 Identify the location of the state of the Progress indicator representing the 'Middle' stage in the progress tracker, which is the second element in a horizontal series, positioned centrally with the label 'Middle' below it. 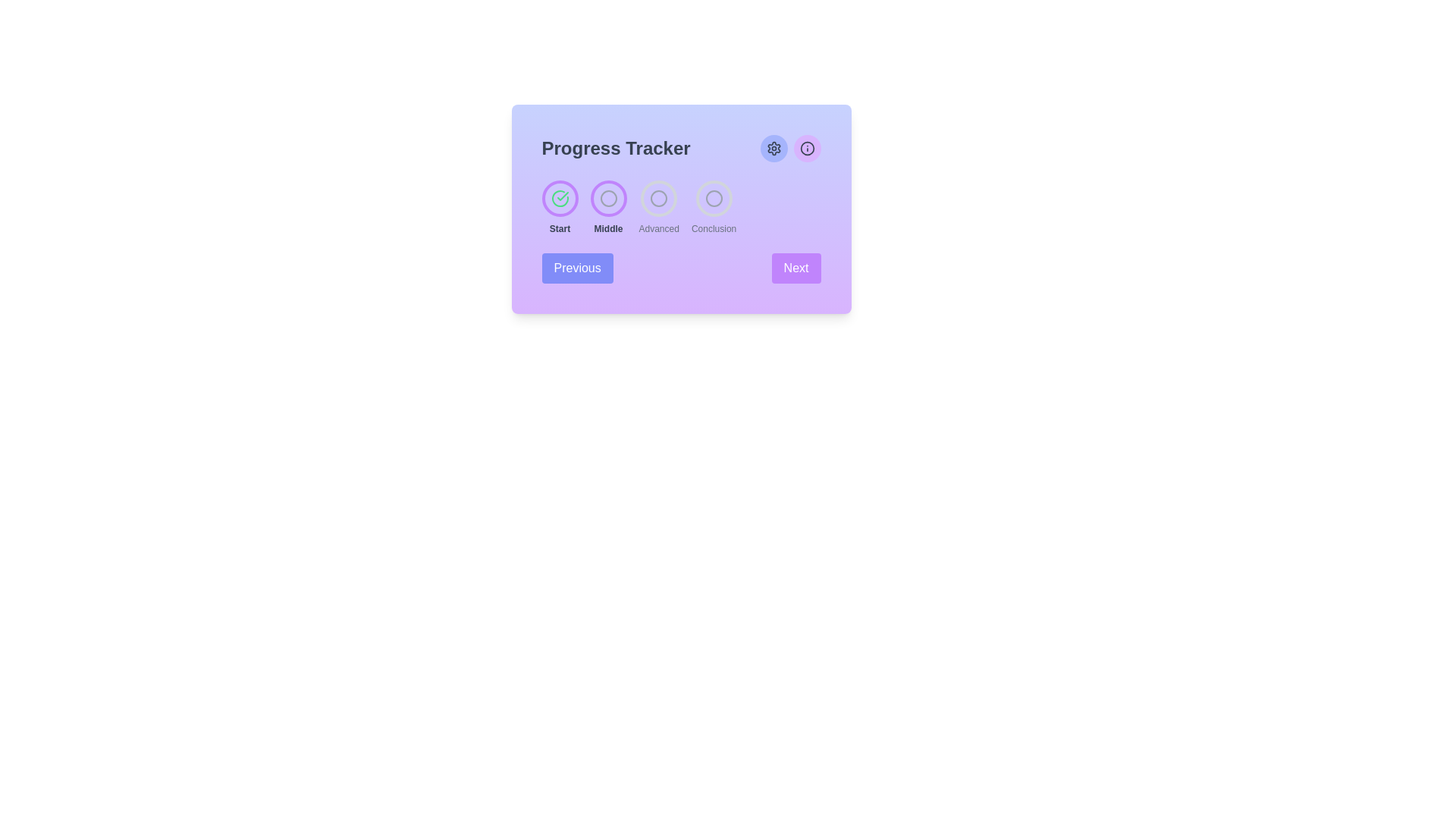
(608, 198).